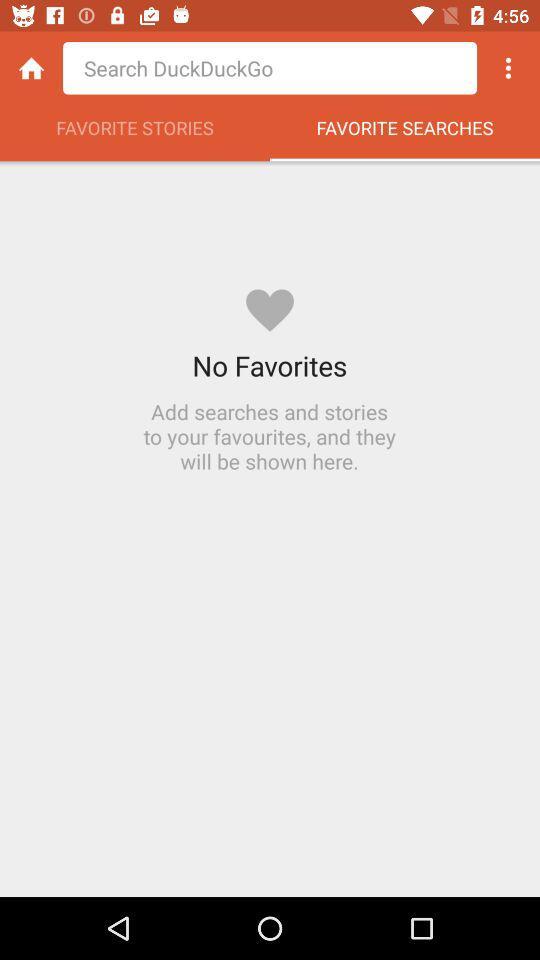 The width and height of the screenshot is (540, 960). I want to click on home page, so click(30, 68).